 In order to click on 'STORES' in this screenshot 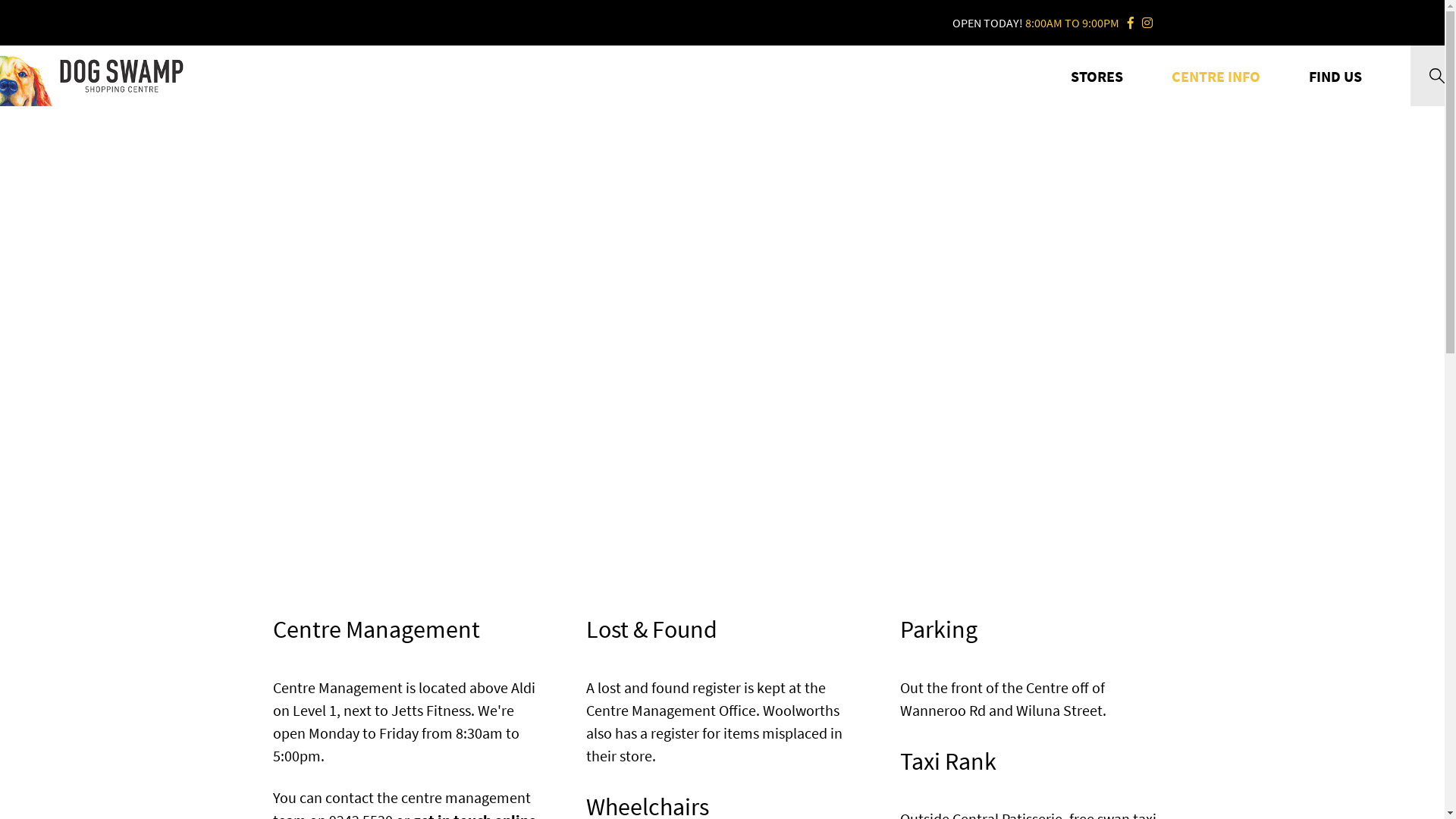, I will do `click(1097, 76)`.